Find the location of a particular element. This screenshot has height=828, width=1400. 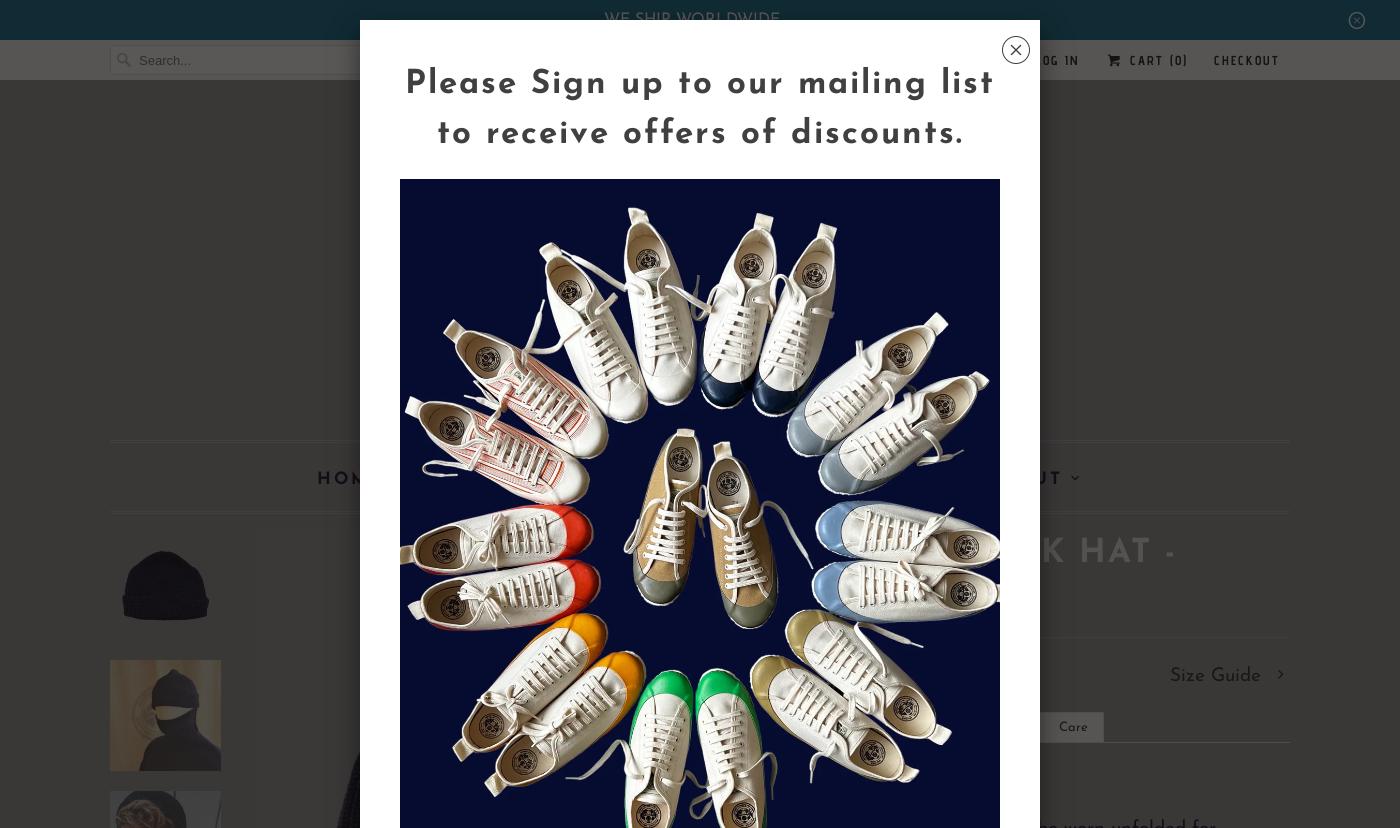

'ABOUT' is located at coordinates (1024, 478).